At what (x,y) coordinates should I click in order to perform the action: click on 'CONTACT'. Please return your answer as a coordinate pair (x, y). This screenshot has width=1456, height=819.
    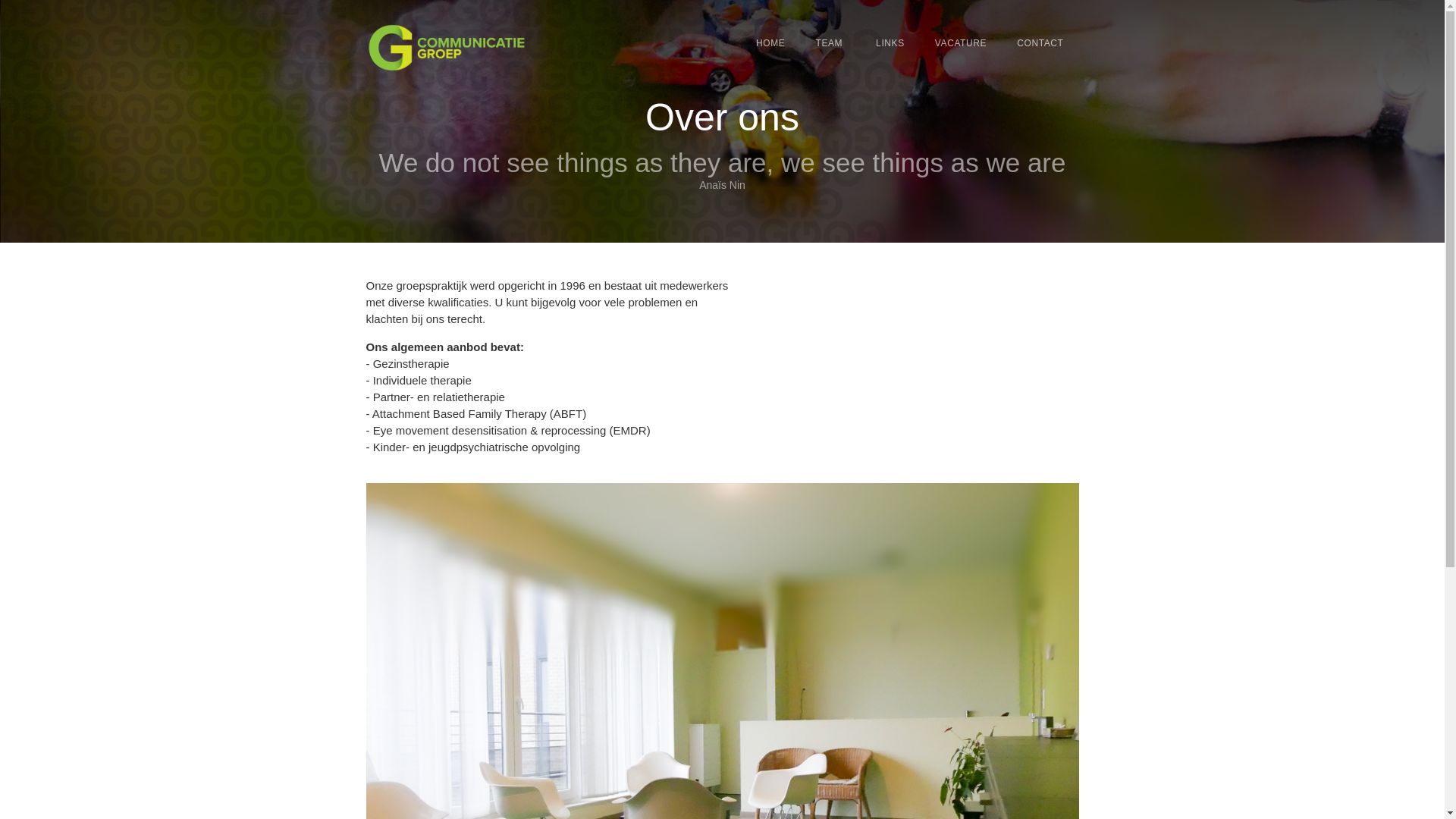
    Looking at the image, I should click on (1039, 42).